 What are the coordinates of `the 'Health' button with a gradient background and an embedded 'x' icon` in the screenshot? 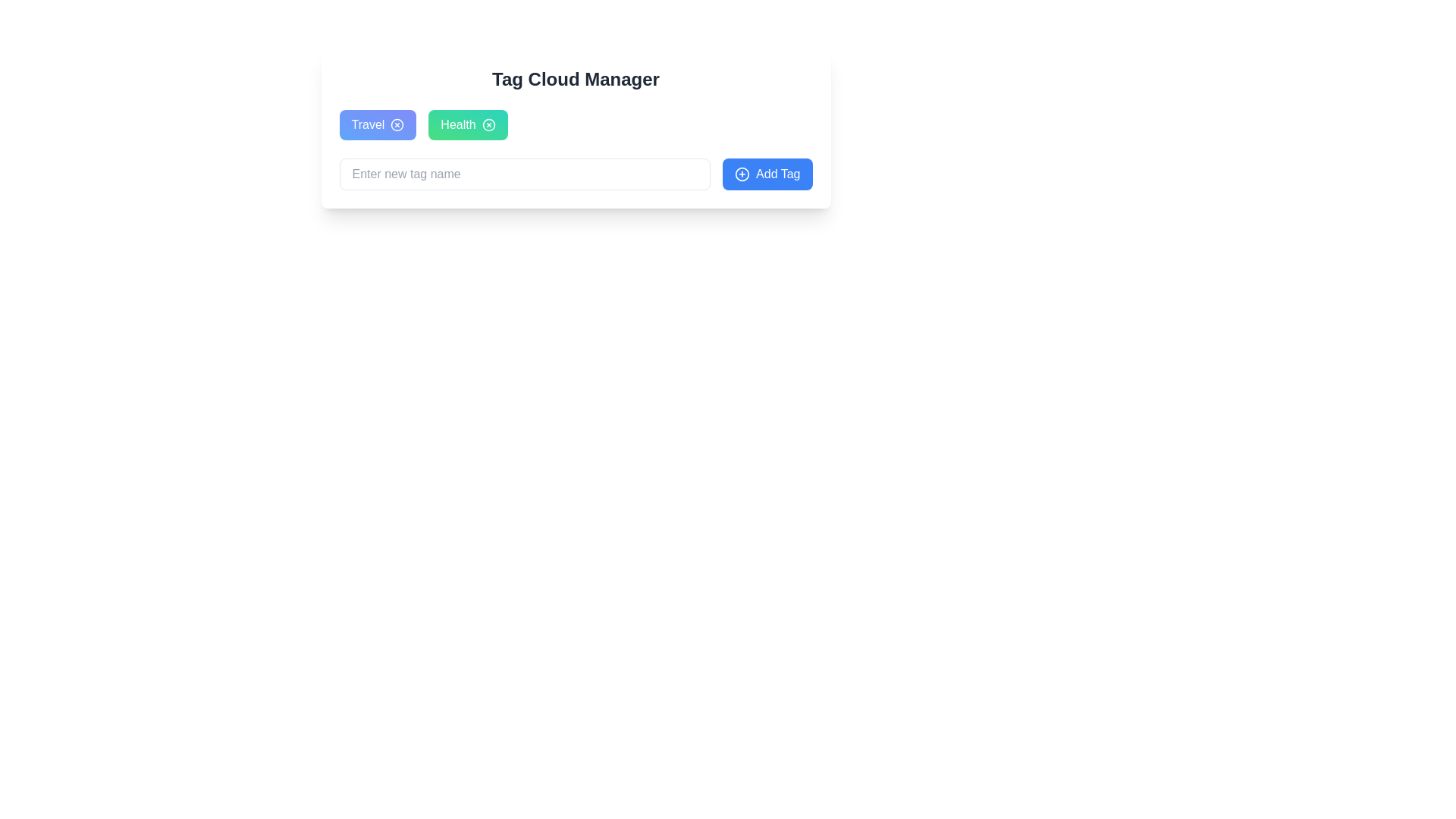 It's located at (467, 124).